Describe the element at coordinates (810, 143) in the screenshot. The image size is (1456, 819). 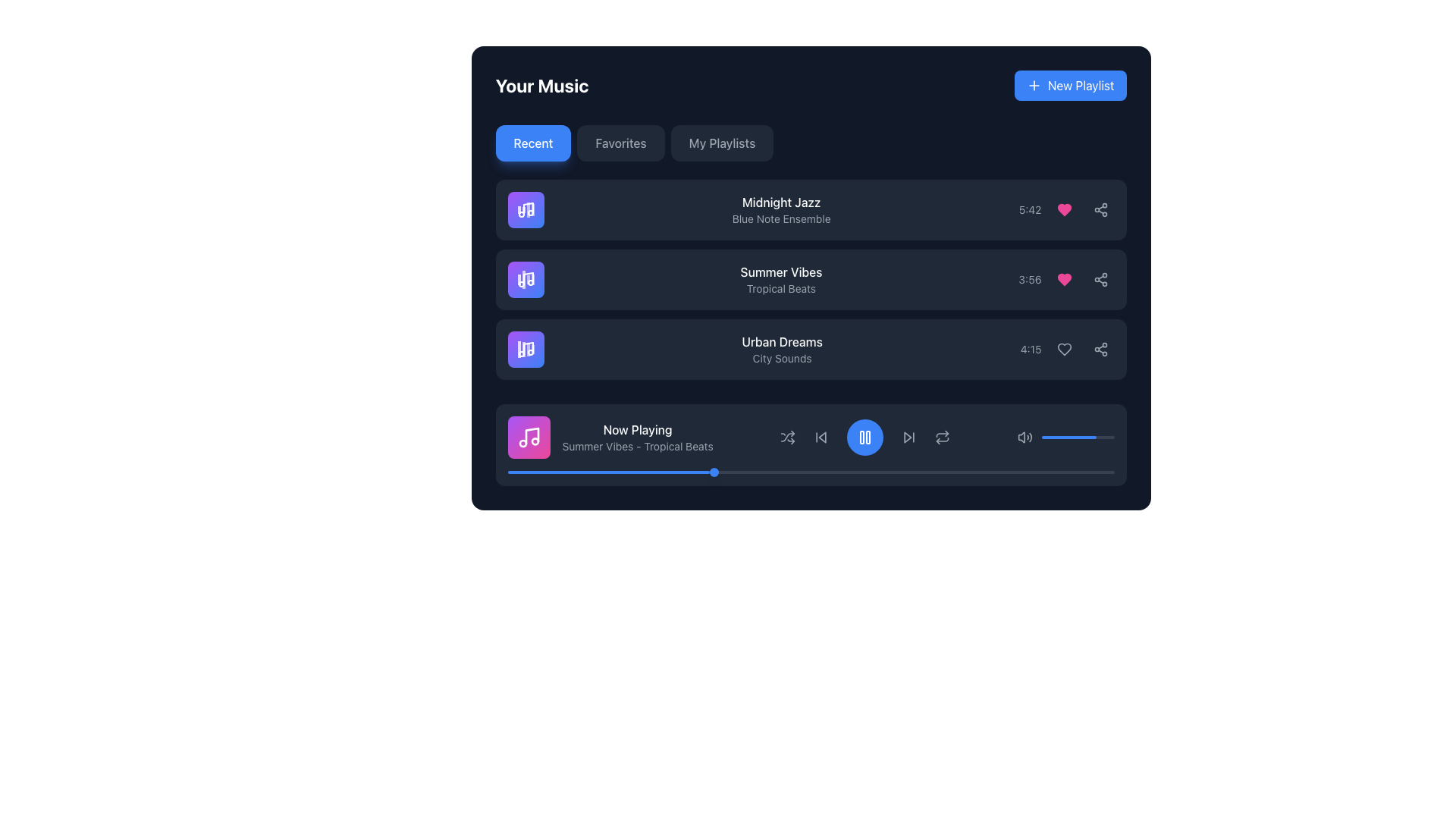
I see `the 'Recent' button in the tabbed navigation bar` at that location.